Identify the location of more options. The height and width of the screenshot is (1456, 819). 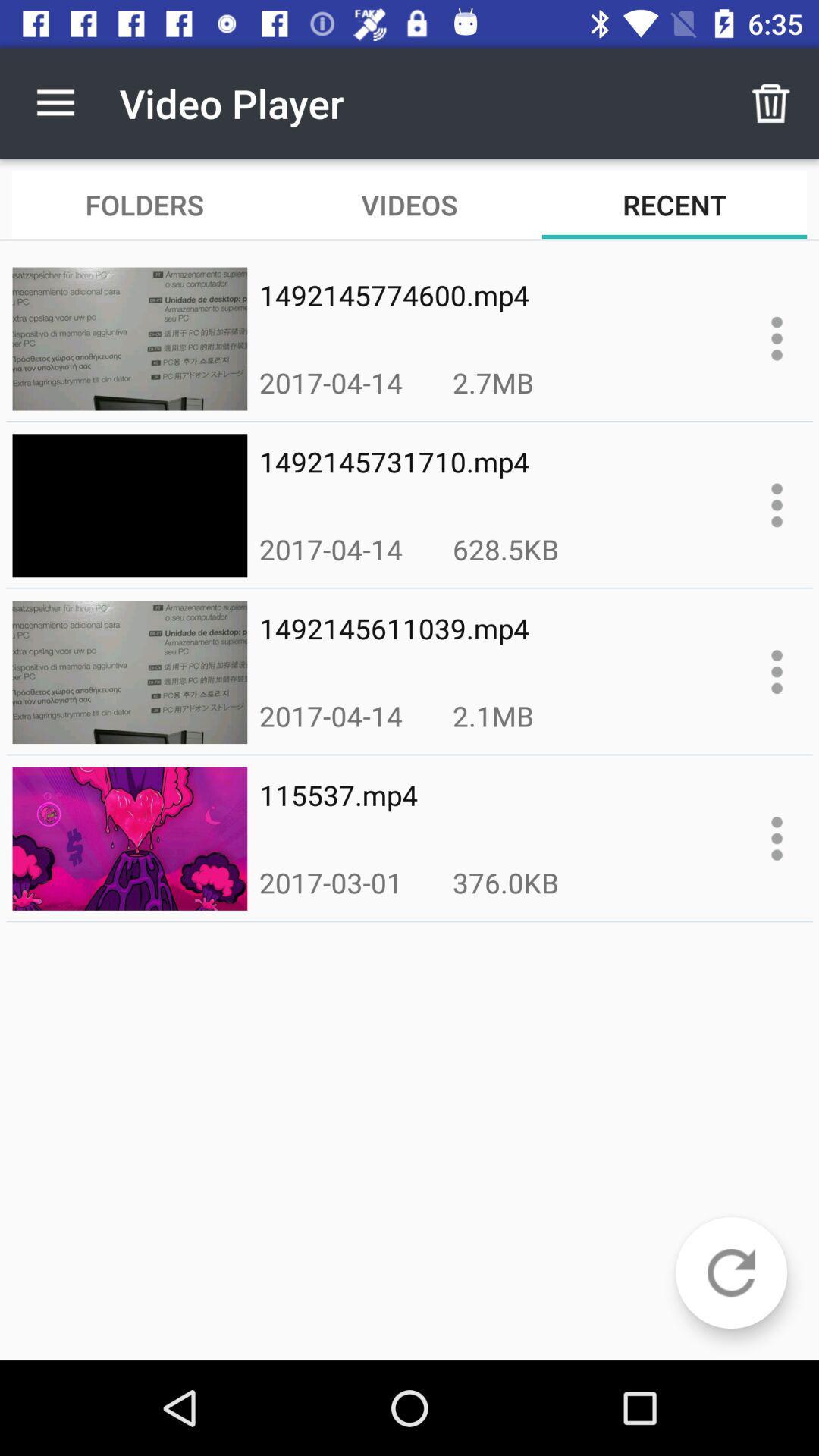
(777, 505).